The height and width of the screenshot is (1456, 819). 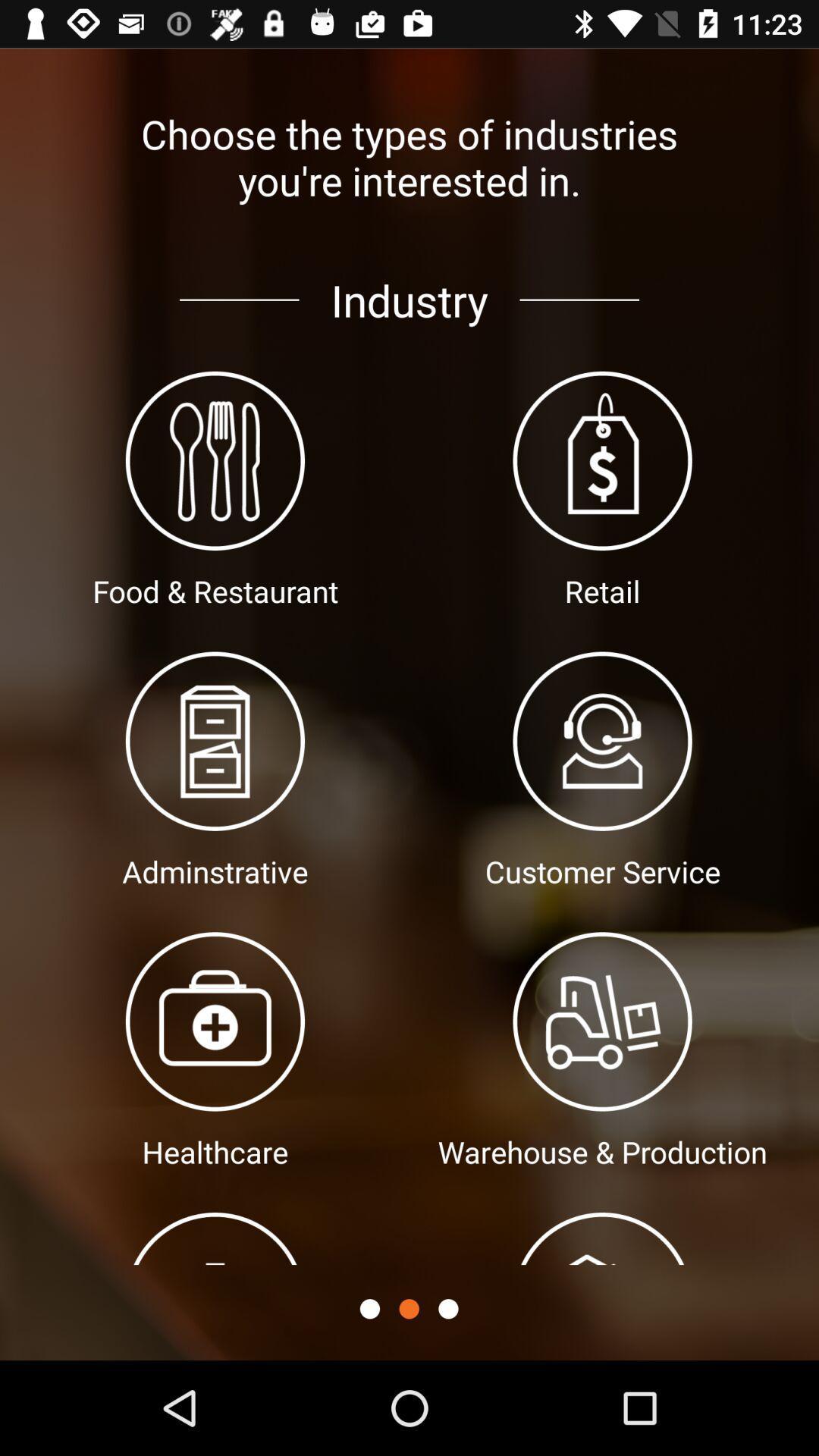 I want to click on go back, so click(x=369, y=1308).